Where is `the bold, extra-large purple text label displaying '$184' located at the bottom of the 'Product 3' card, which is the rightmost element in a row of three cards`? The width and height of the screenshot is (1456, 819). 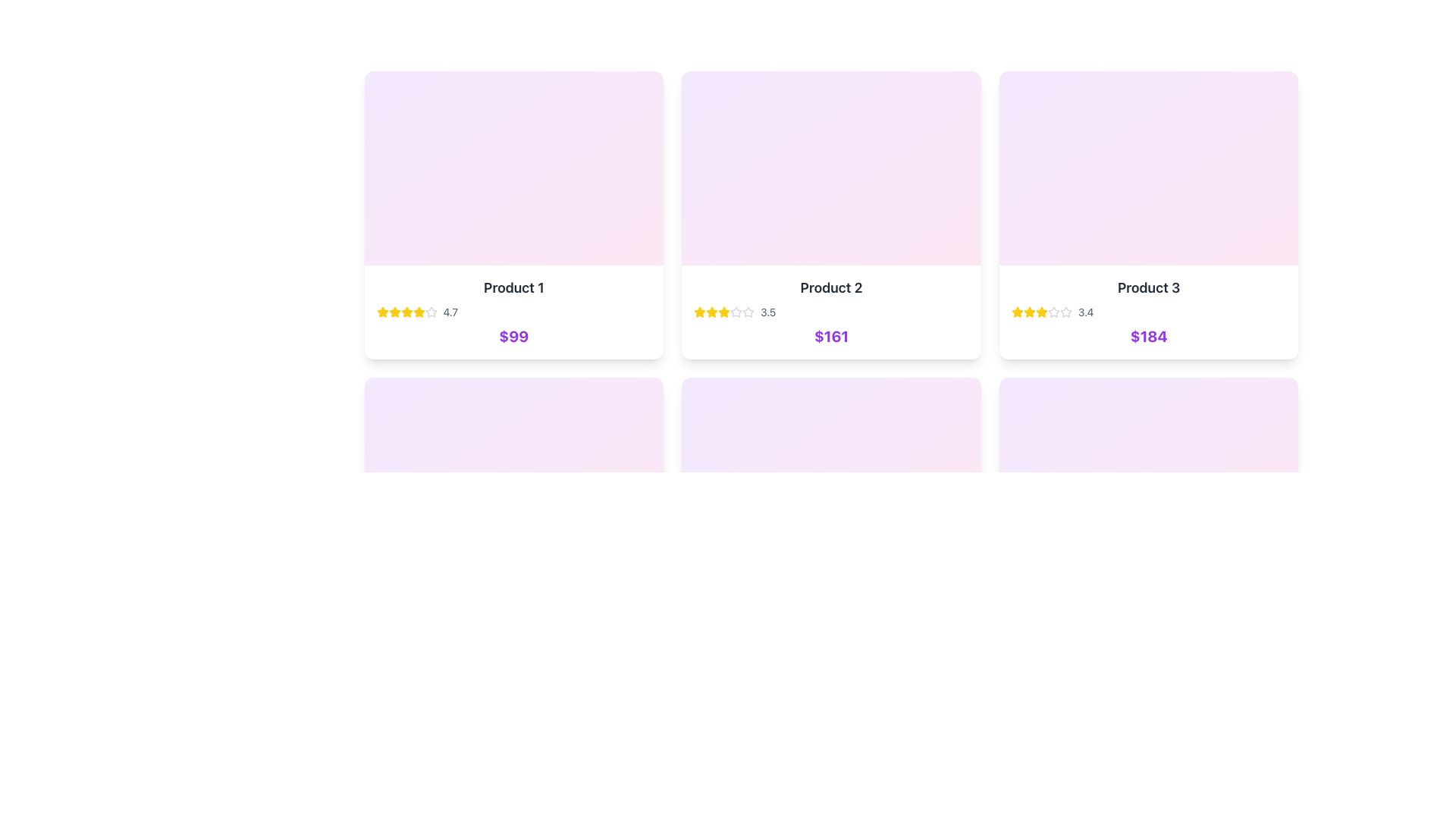 the bold, extra-large purple text label displaying '$184' located at the bottom of the 'Product 3' card, which is the rightmost element in a row of three cards is located at coordinates (1149, 335).